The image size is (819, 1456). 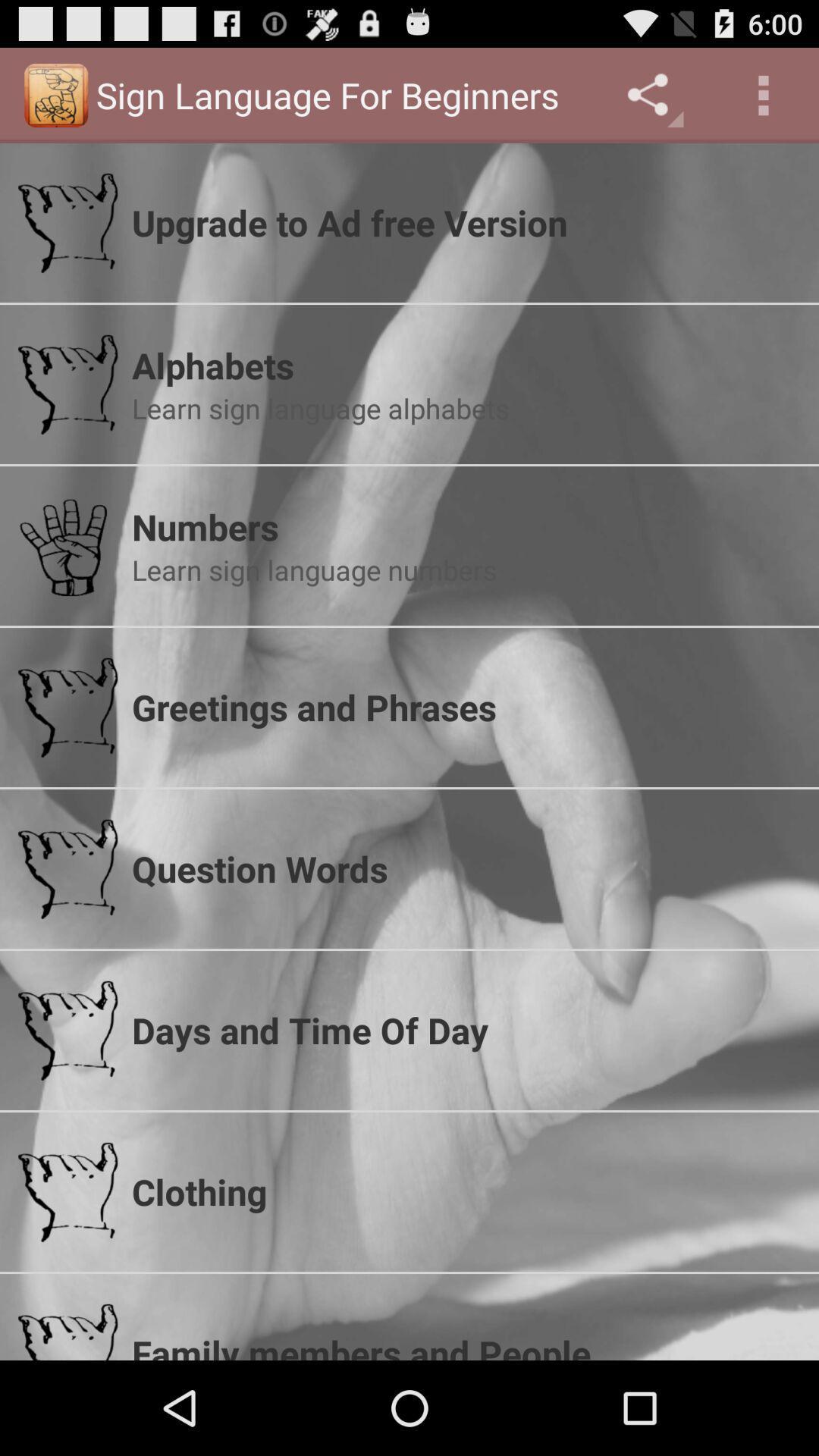 I want to click on the clothing app, so click(x=465, y=1191).